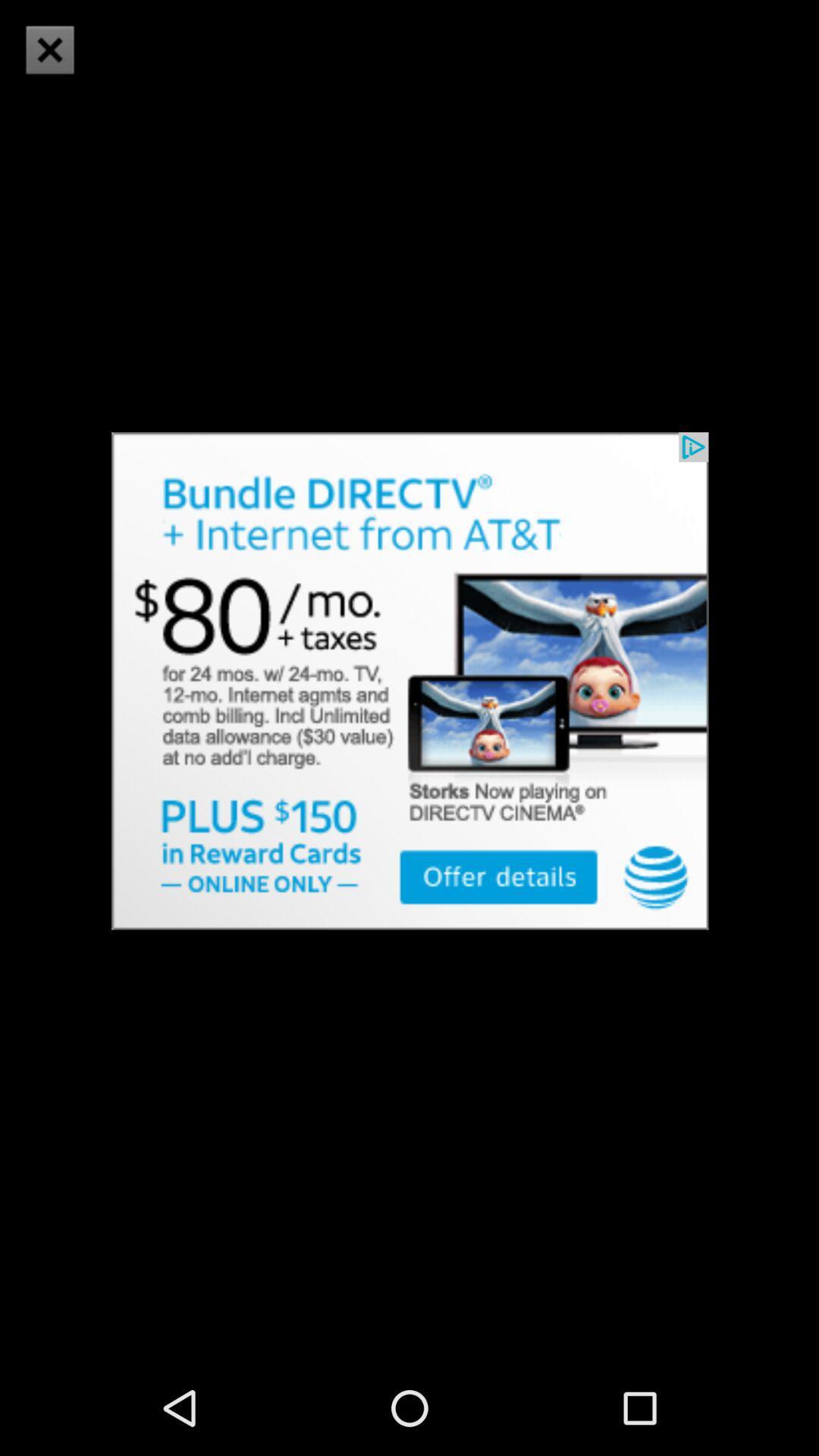  What do you see at coordinates (49, 53) in the screenshot?
I see `the close icon` at bounding box center [49, 53].